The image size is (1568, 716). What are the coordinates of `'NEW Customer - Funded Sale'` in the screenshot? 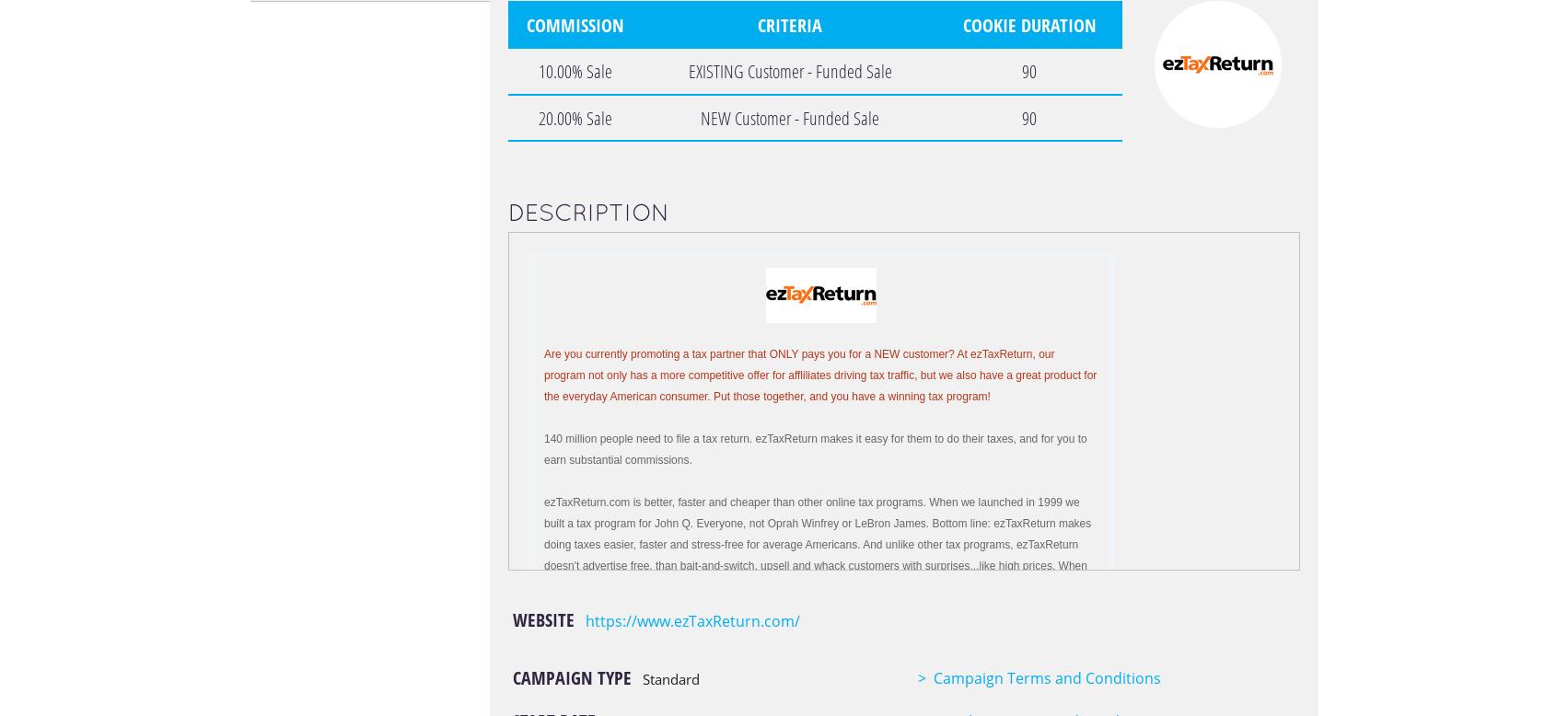 It's located at (788, 116).